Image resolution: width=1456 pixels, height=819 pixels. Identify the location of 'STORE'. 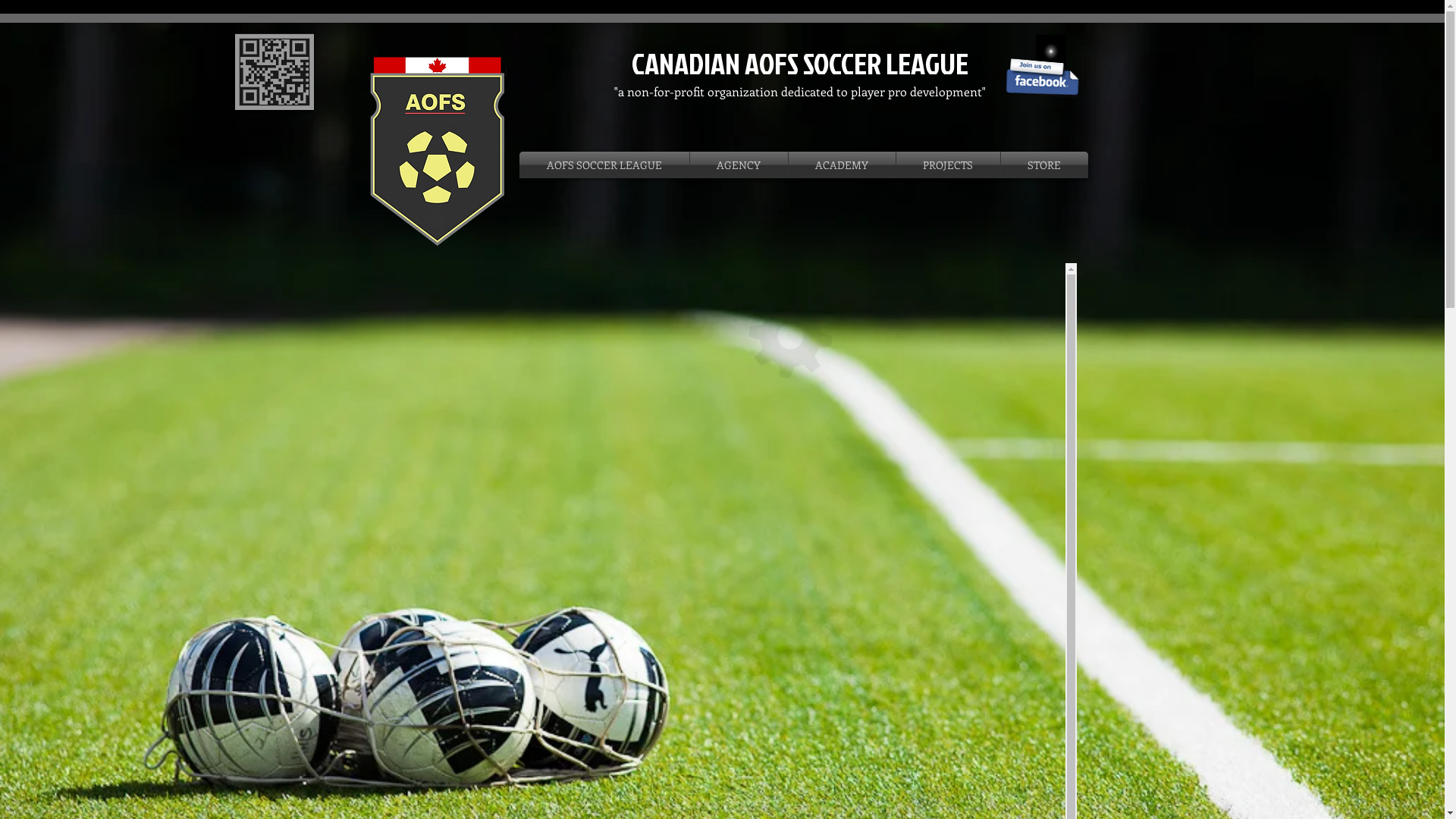
(1043, 165).